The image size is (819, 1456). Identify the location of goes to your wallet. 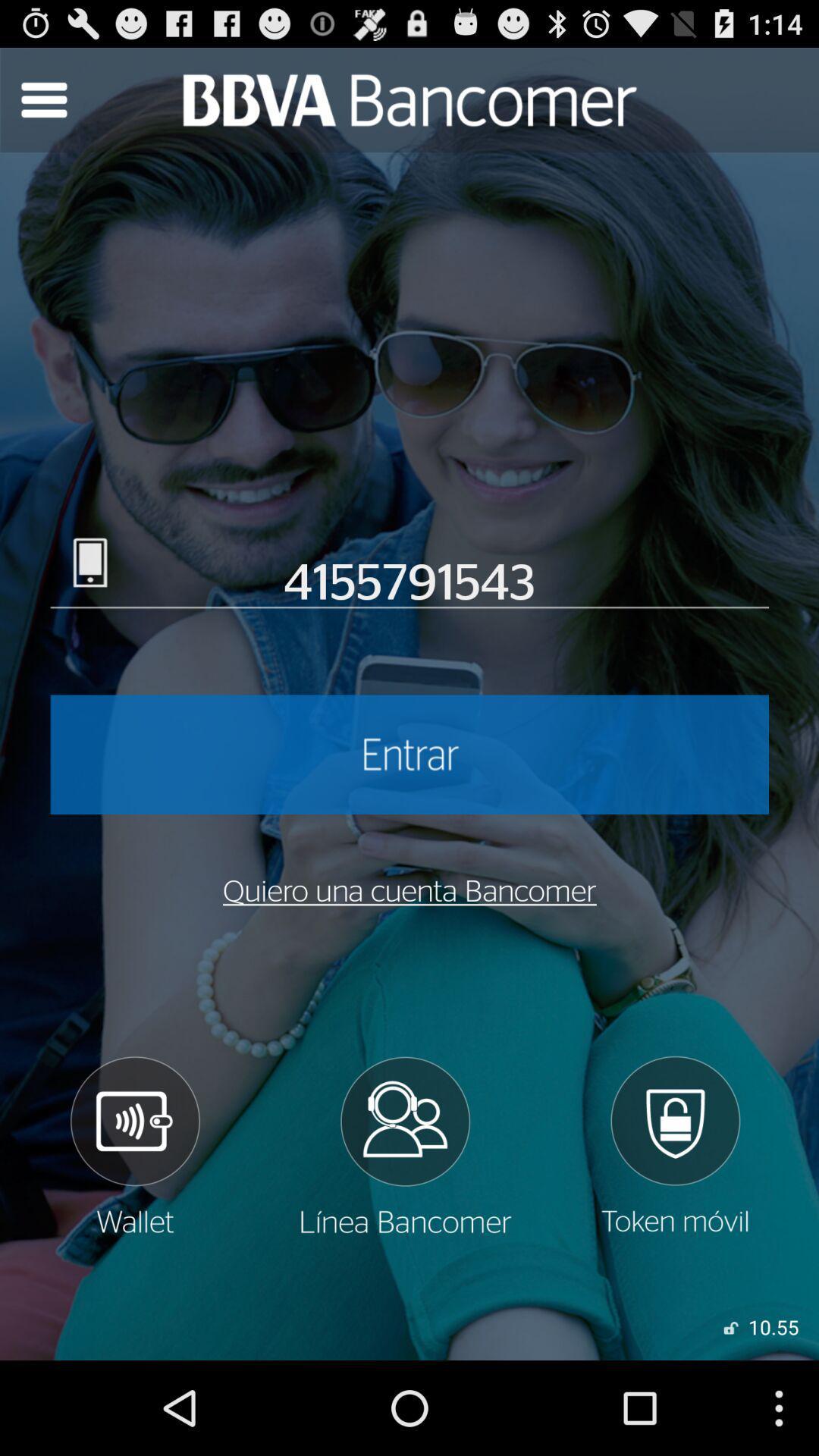
(133, 1146).